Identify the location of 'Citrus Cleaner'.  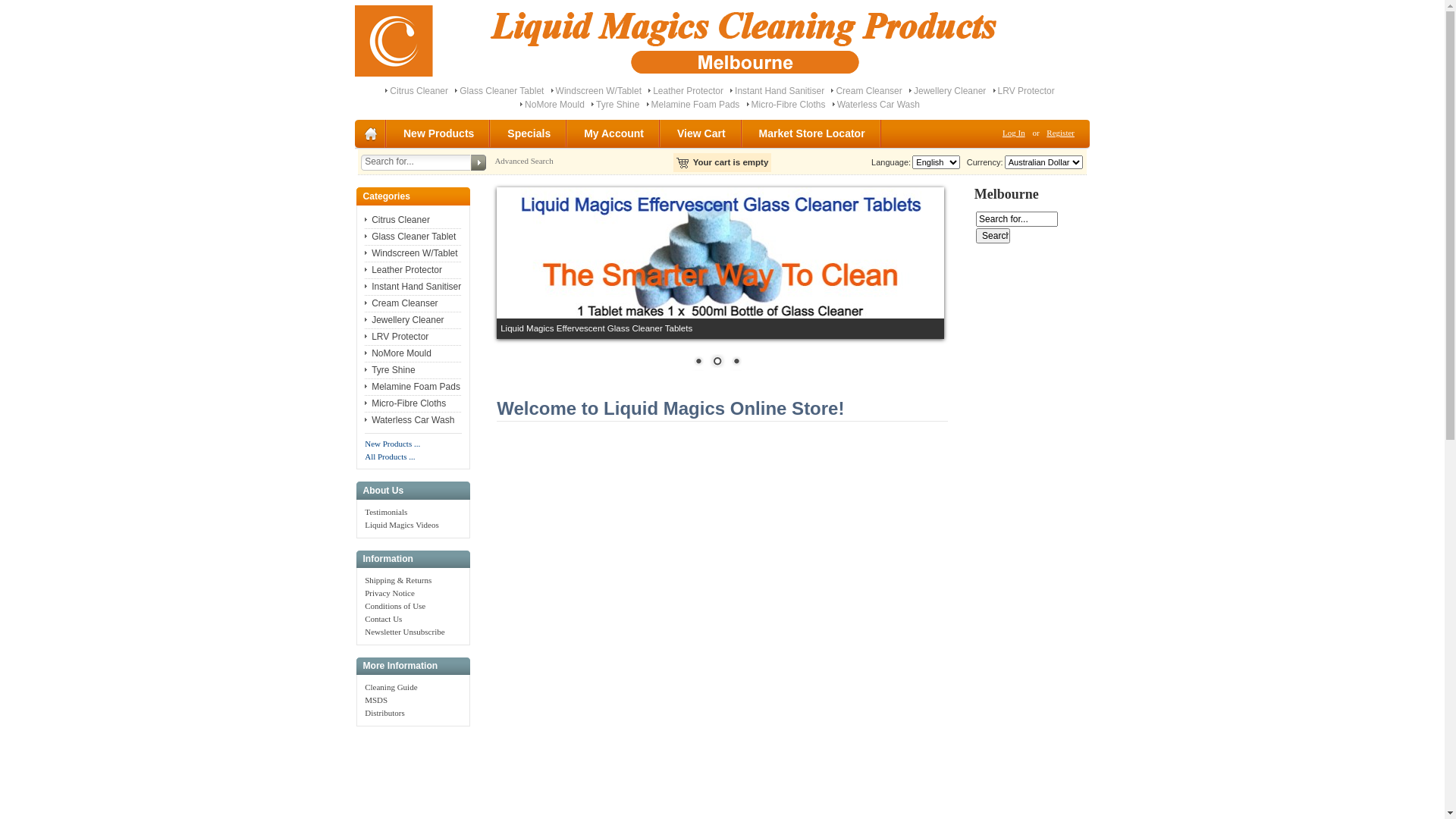
(364, 219).